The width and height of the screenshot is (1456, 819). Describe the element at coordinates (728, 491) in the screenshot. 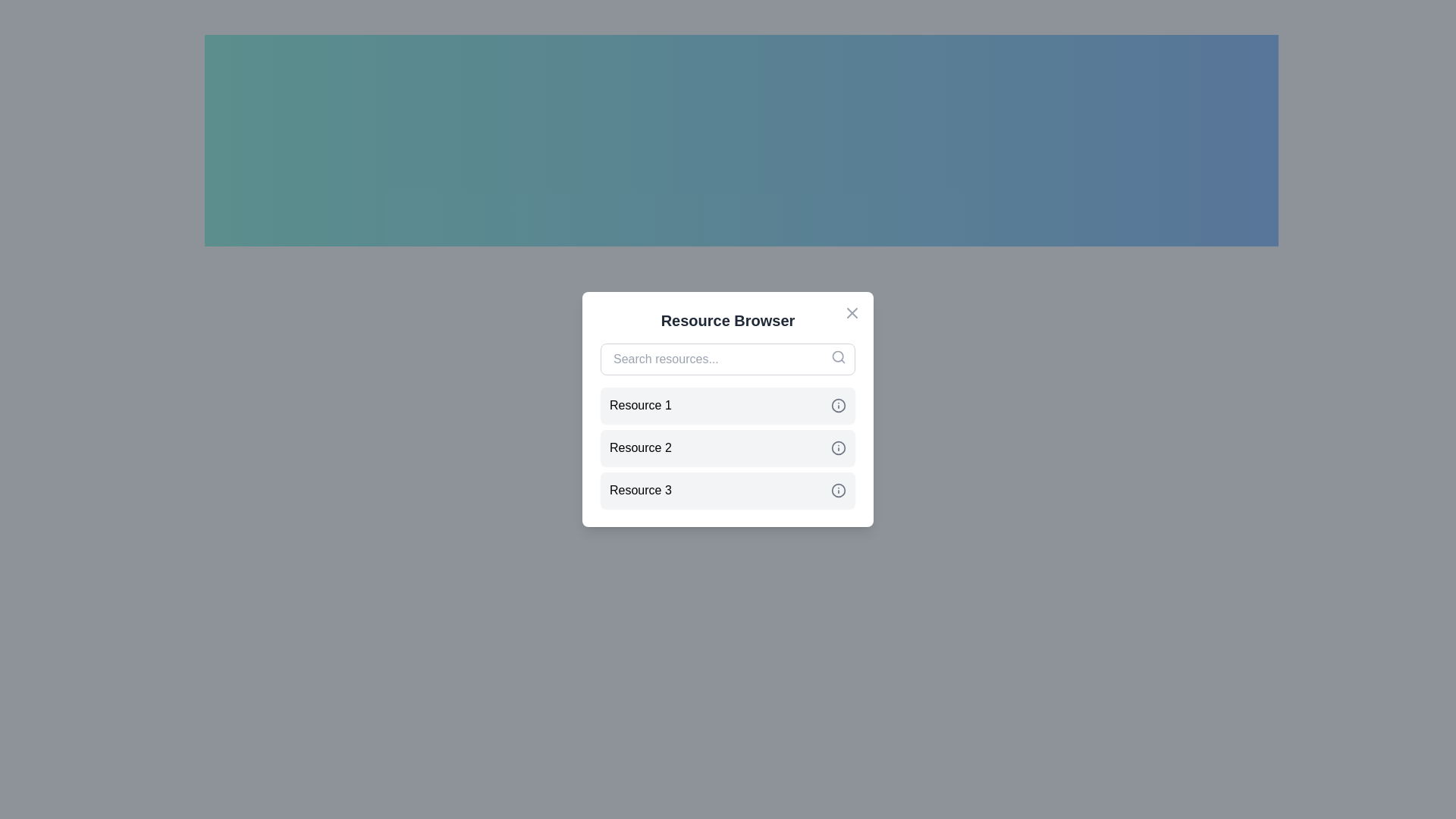

I see `the dot associated with 'Resource 3' in the list of resources` at that location.